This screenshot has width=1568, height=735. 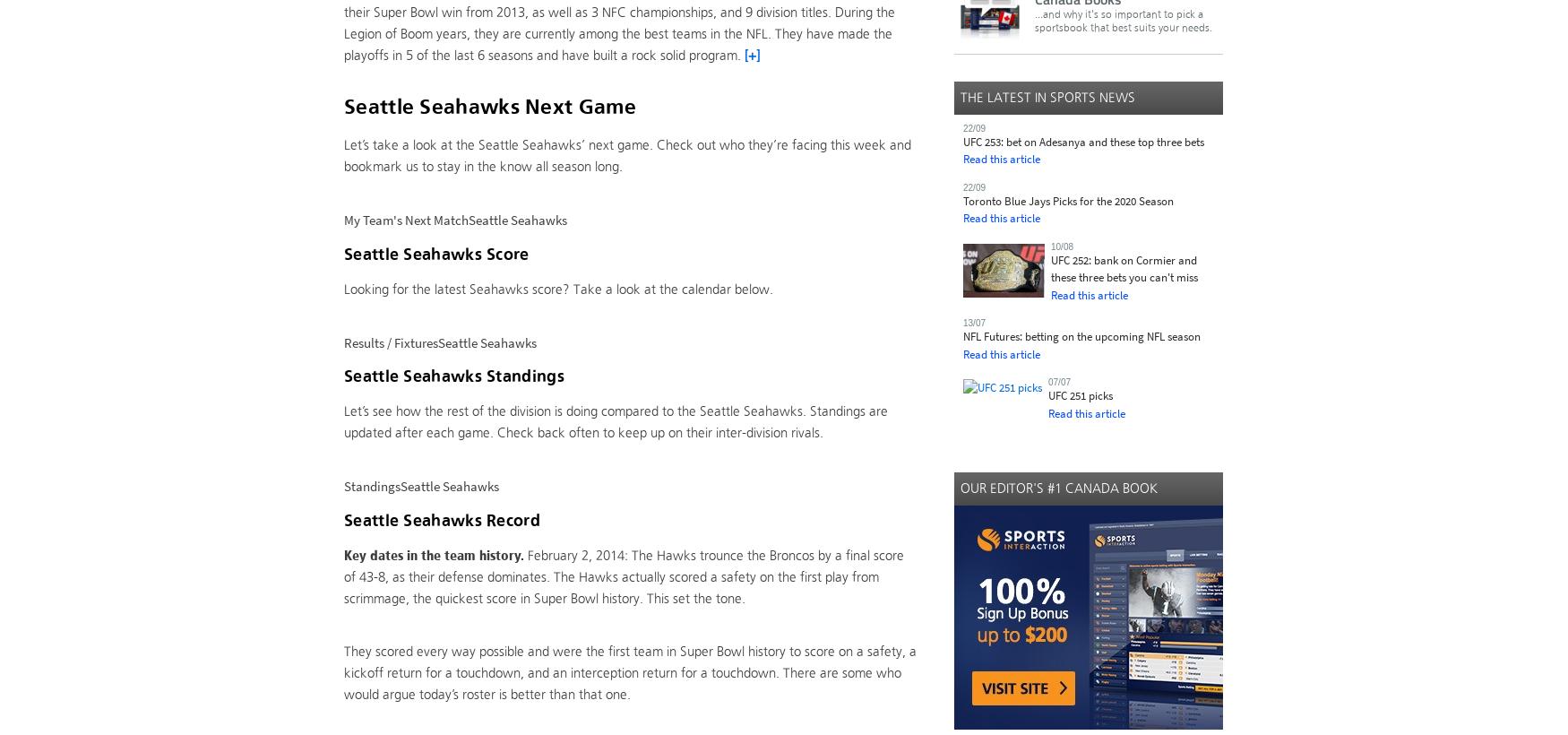 What do you see at coordinates (745, 55) in the screenshot?
I see `'[+]'` at bounding box center [745, 55].